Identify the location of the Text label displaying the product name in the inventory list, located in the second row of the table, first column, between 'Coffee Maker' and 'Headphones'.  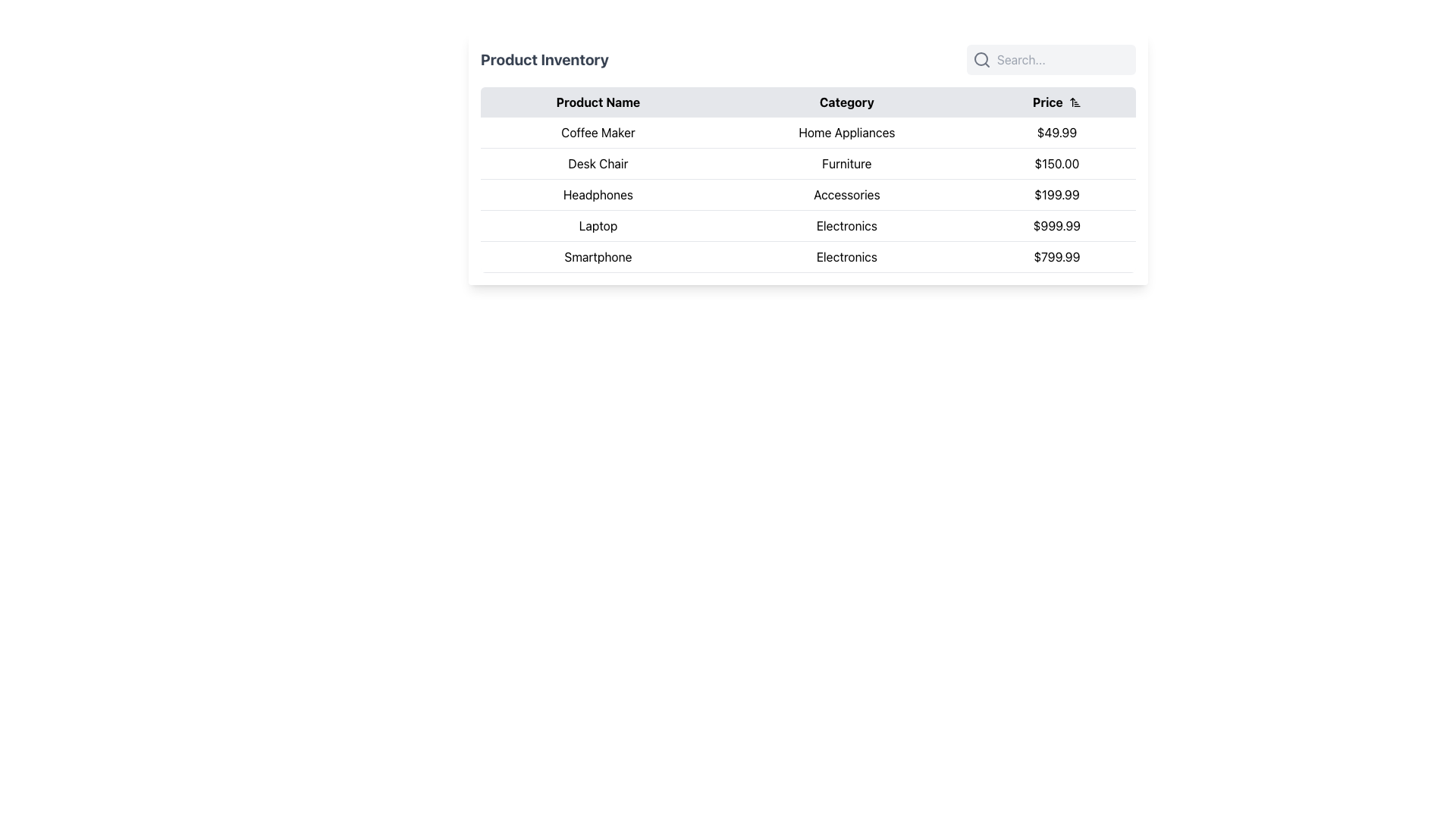
(597, 164).